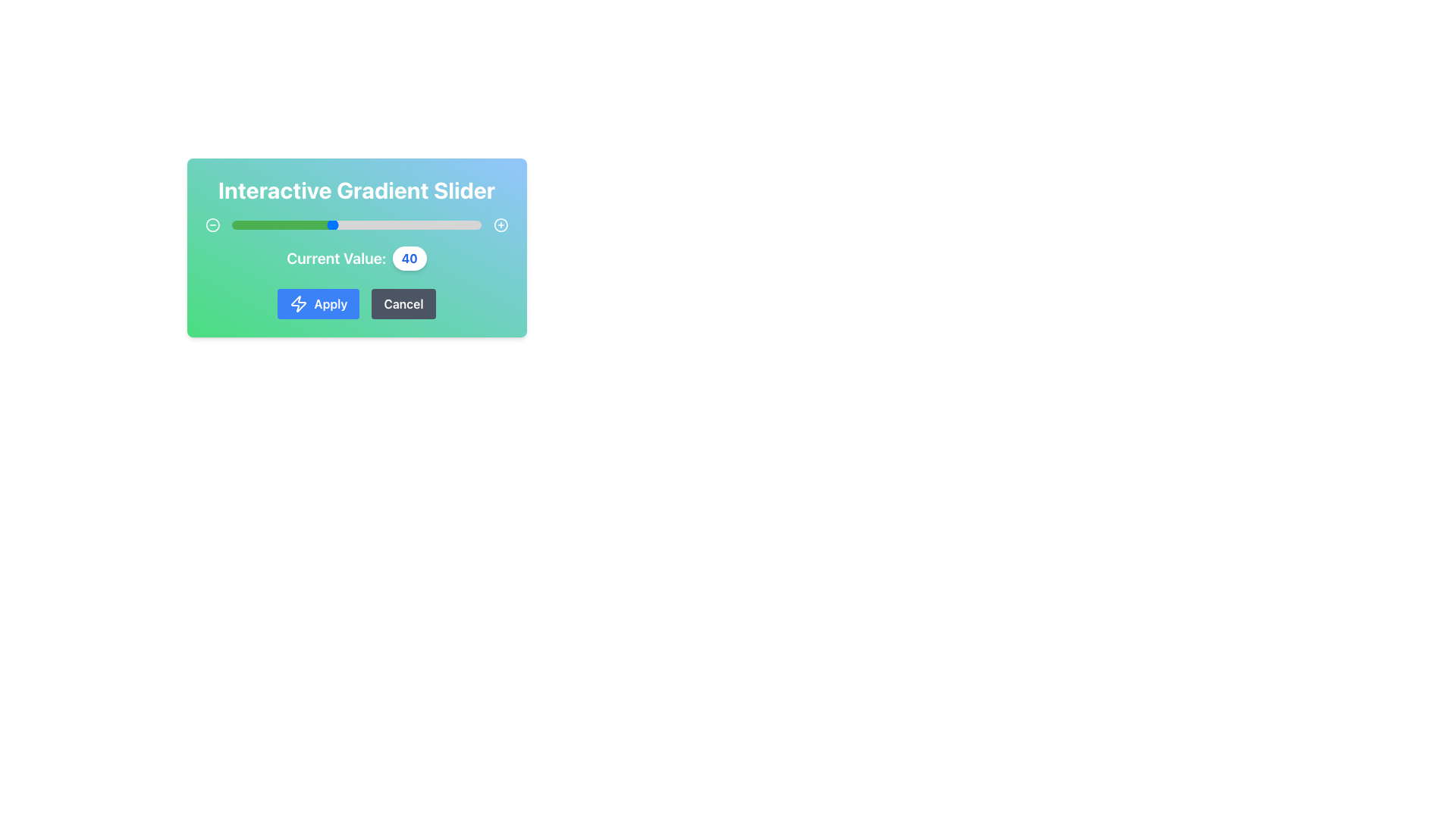  What do you see at coordinates (299, 304) in the screenshot?
I see `the 'Apply' button which contains the icon located to its left, symbolizing action or process` at bounding box center [299, 304].